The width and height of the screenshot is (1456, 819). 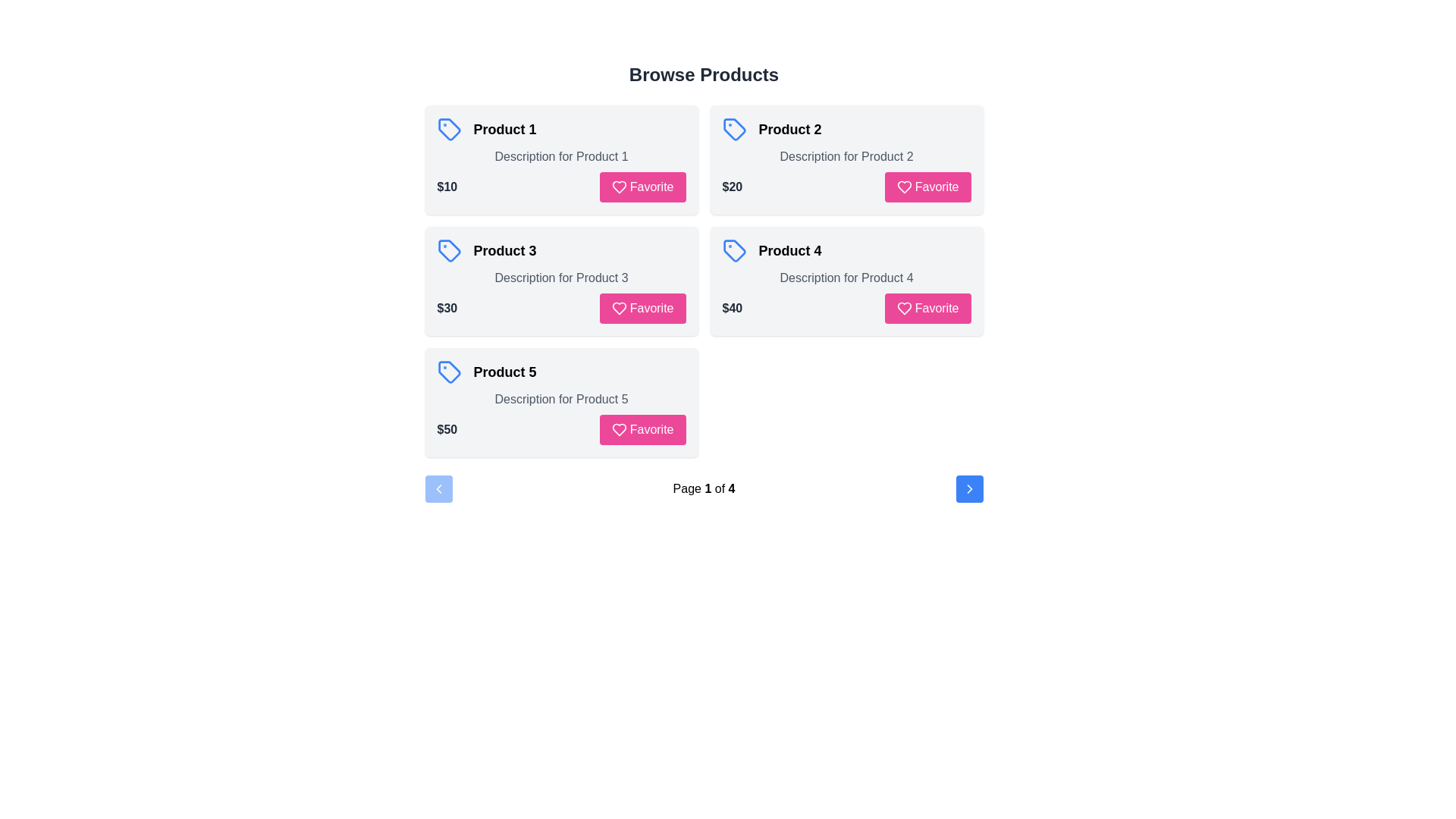 What do you see at coordinates (619, 430) in the screenshot?
I see `the heart icon that allows adding the associated product to favorites` at bounding box center [619, 430].